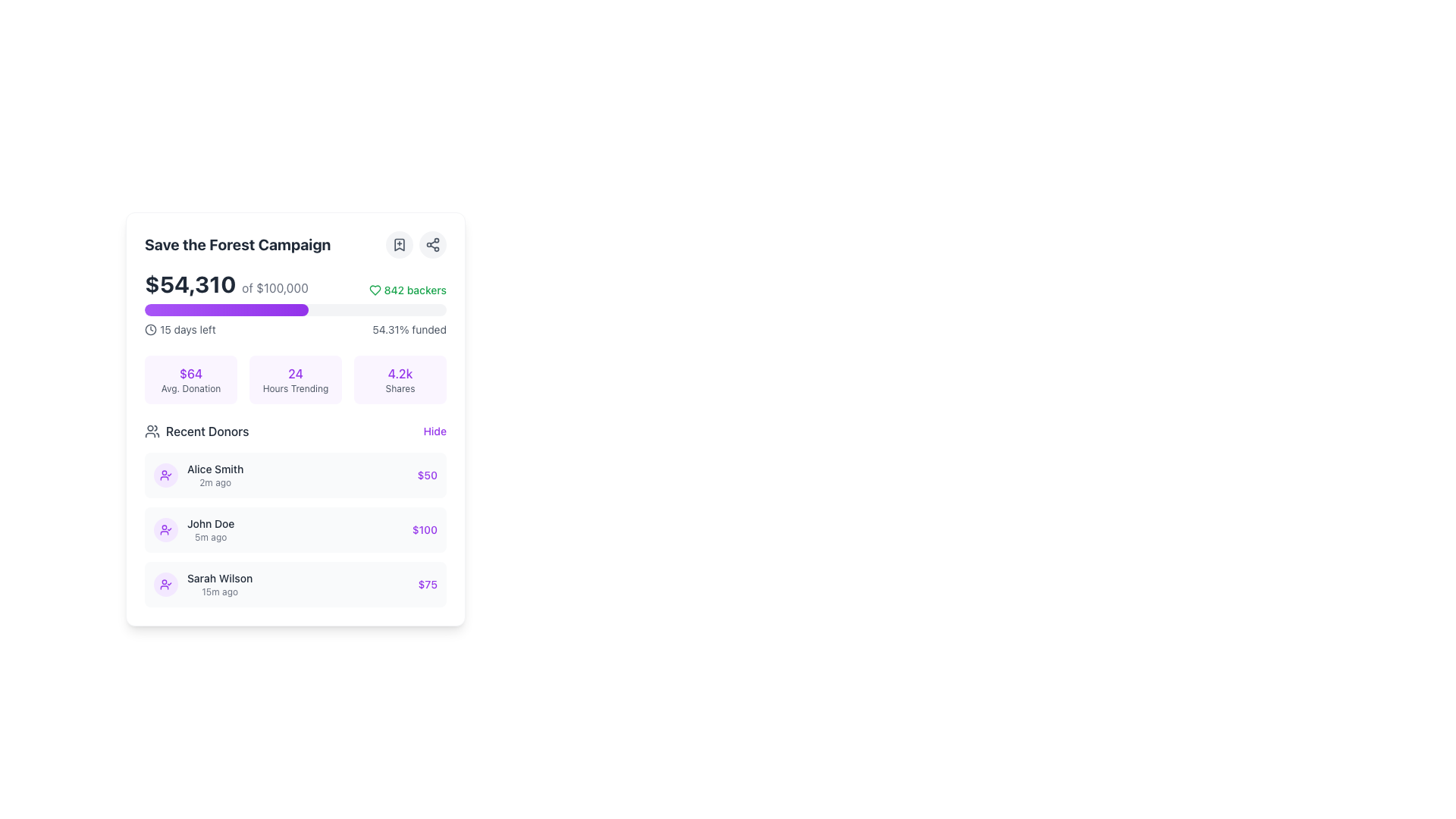  I want to click on the text label displaying '842 backers', which is styled in green and located next to a heart icon at the top-right part of the 'Save the Forest Campaign' card, so click(415, 290).